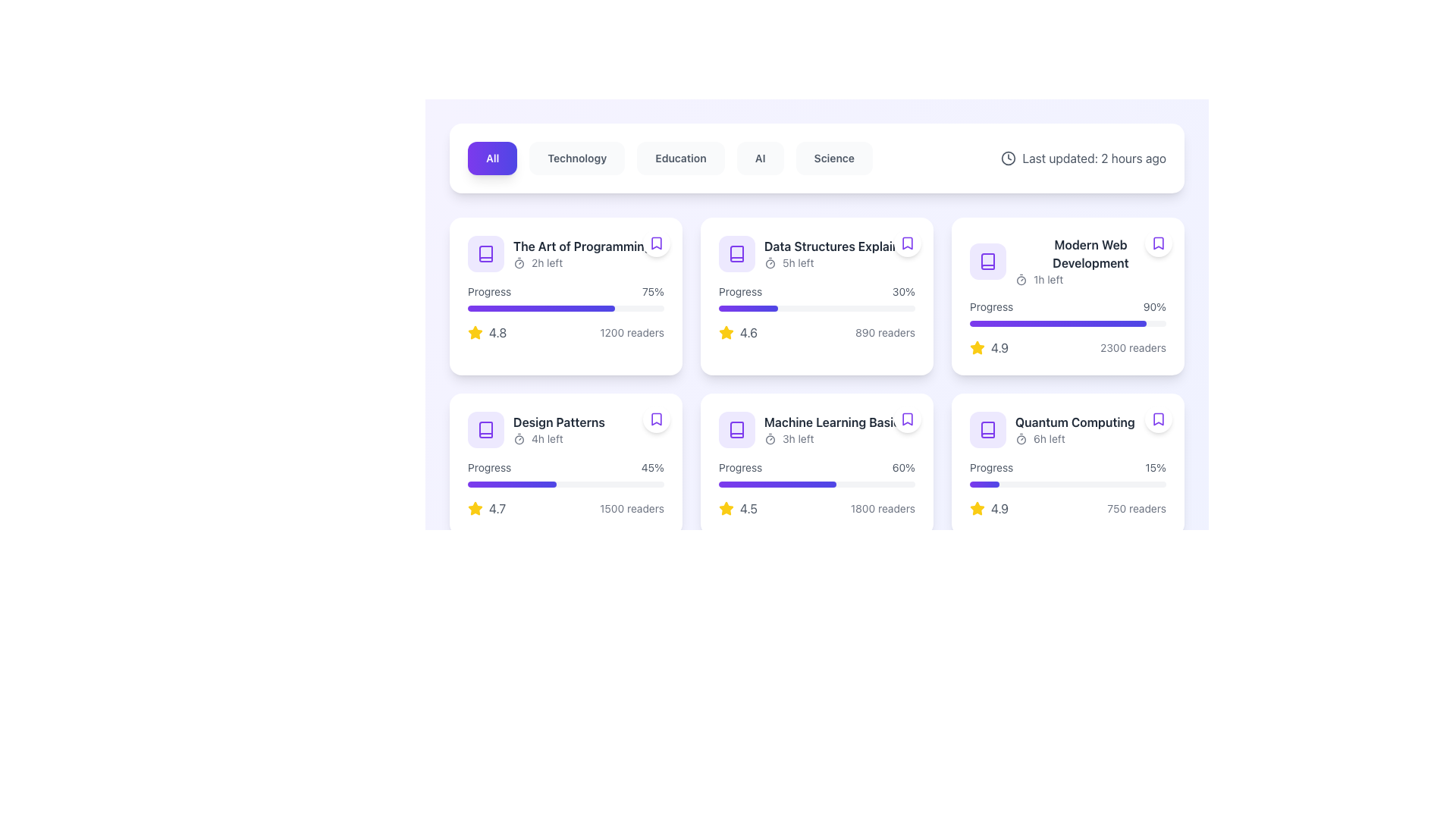  I want to click on the purple stylized book icon representing 'Data Structures Explained' located in the second card of the content grid layout to interact with the item, so click(736, 253).